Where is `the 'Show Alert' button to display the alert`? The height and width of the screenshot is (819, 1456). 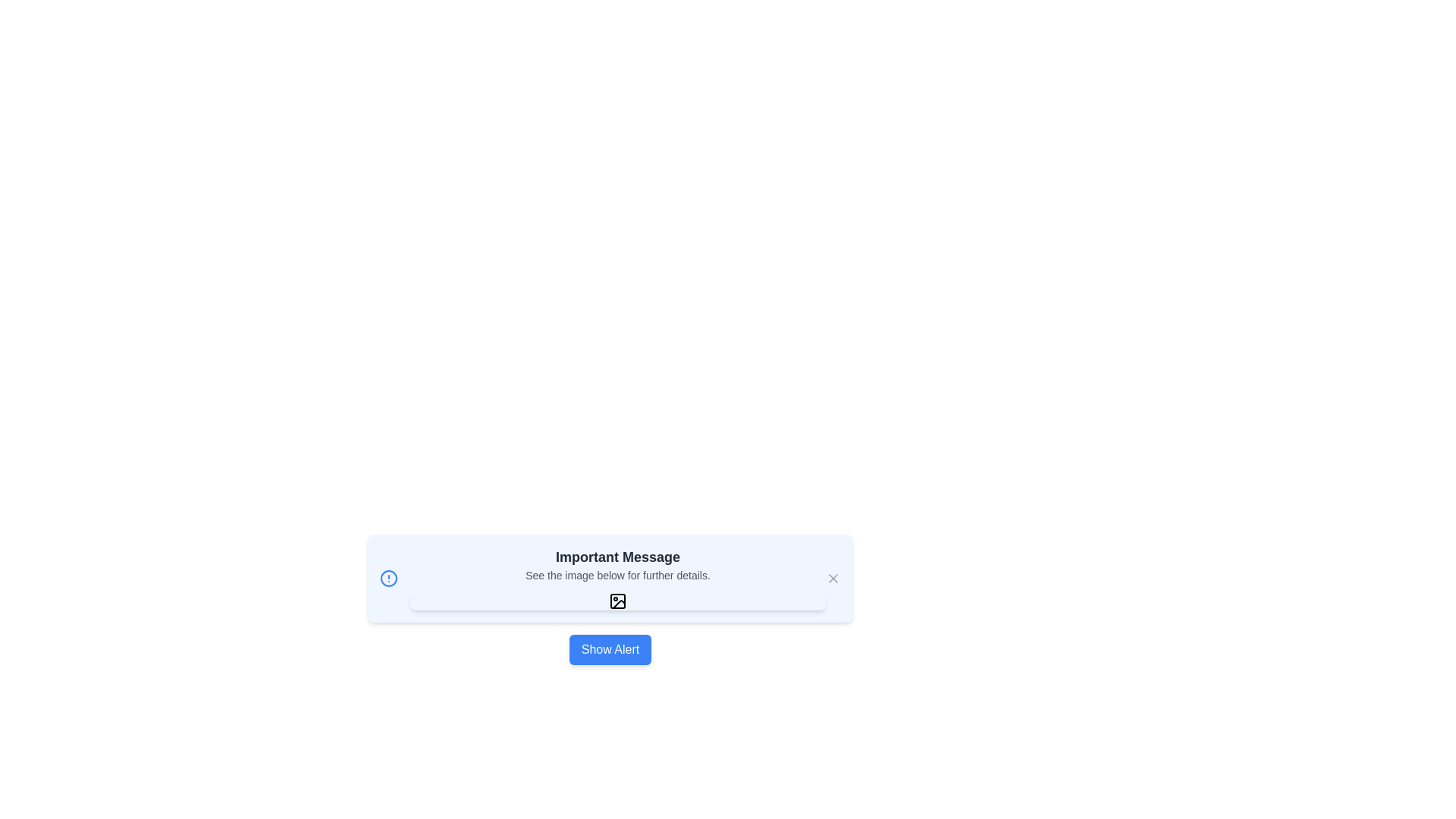 the 'Show Alert' button to display the alert is located at coordinates (610, 648).